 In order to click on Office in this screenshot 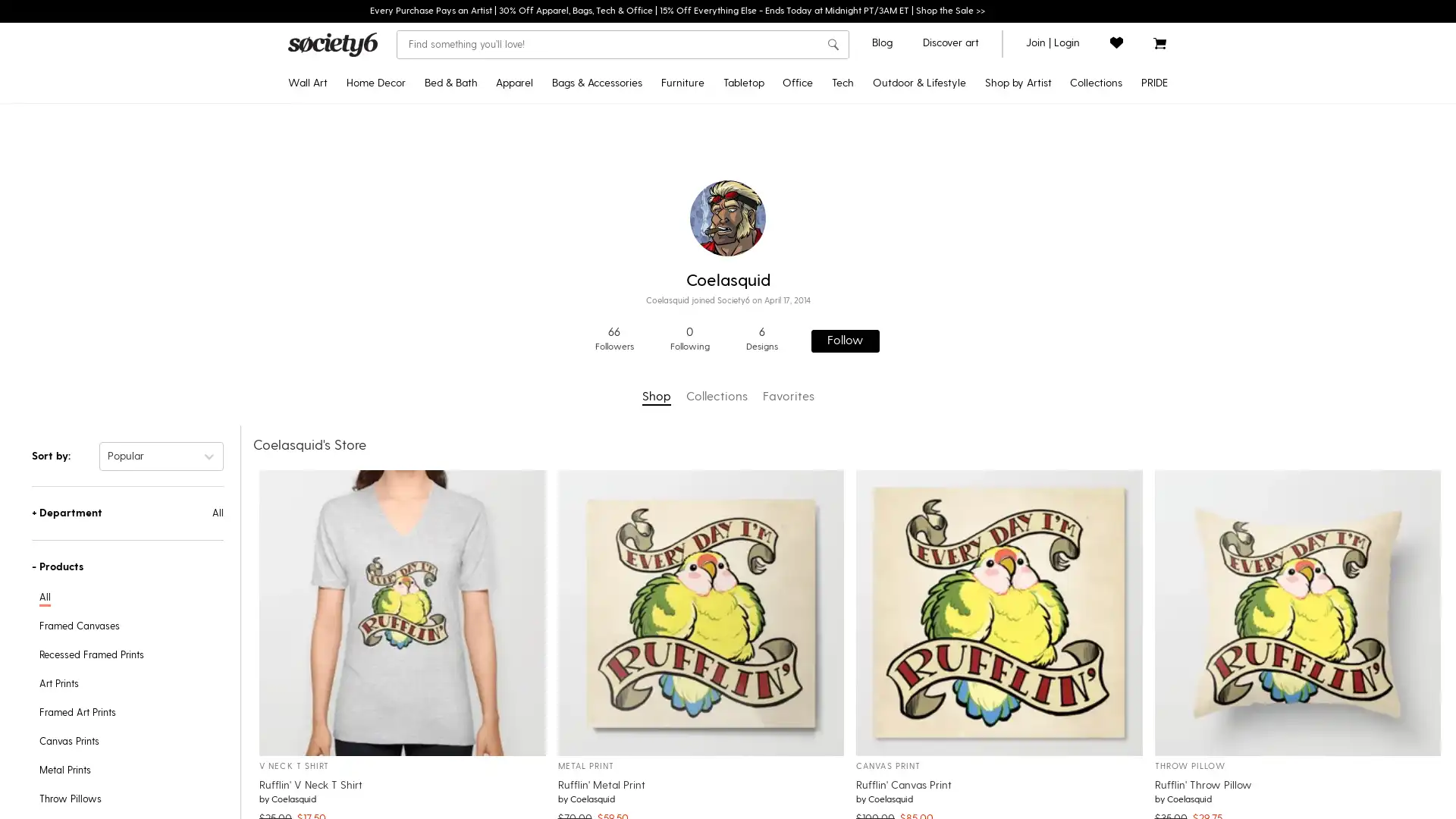, I will do `click(796, 83)`.